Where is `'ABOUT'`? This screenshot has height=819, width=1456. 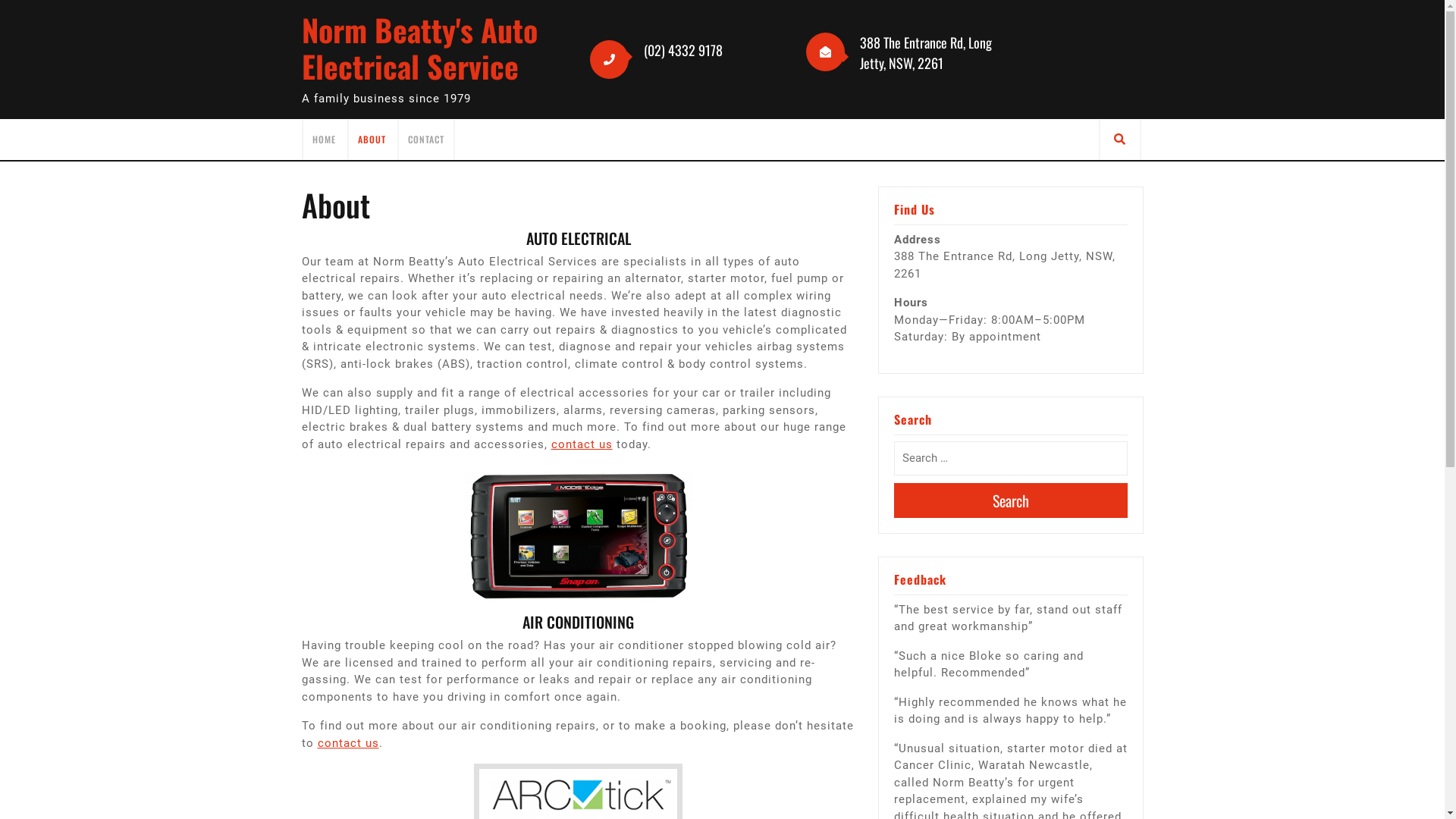 'ABOUT' is located at coordinates (356, 138).